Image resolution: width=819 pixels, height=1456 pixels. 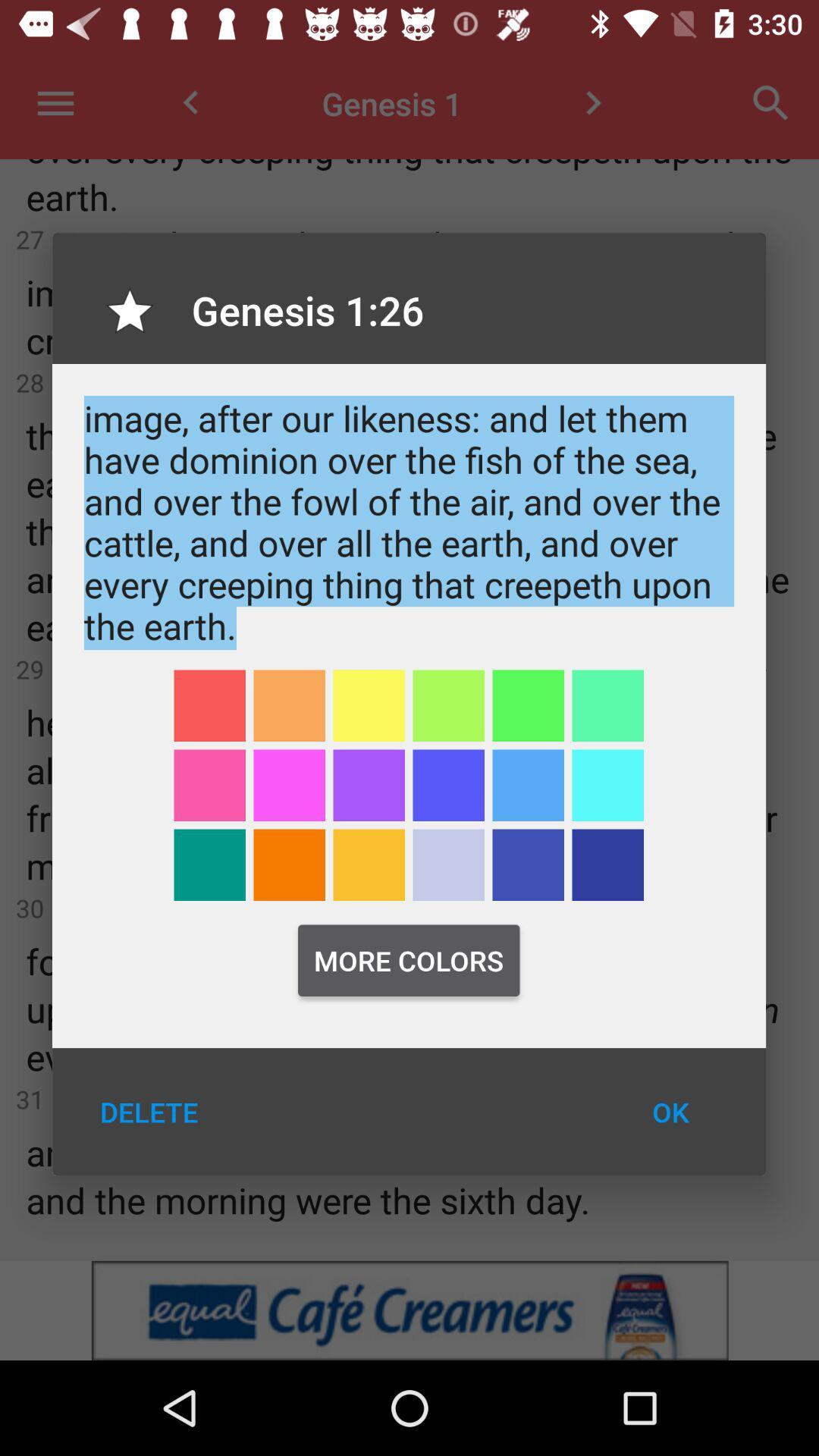 What do you see at coordinates (209, 785) in the screenshot?
I see `color` at bounding box center [209, 785].